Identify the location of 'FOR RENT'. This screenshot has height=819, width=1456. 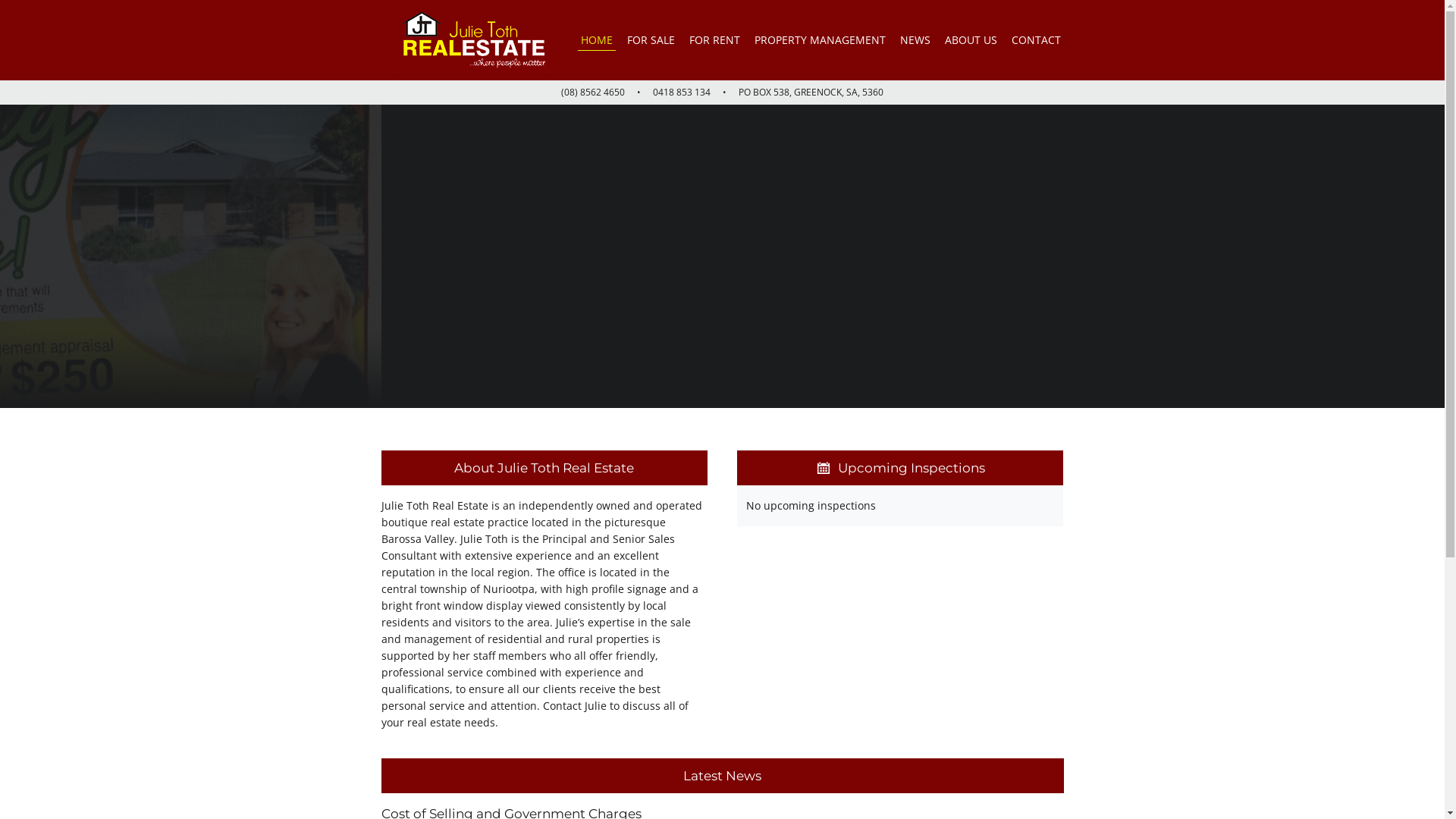
(713, 39).